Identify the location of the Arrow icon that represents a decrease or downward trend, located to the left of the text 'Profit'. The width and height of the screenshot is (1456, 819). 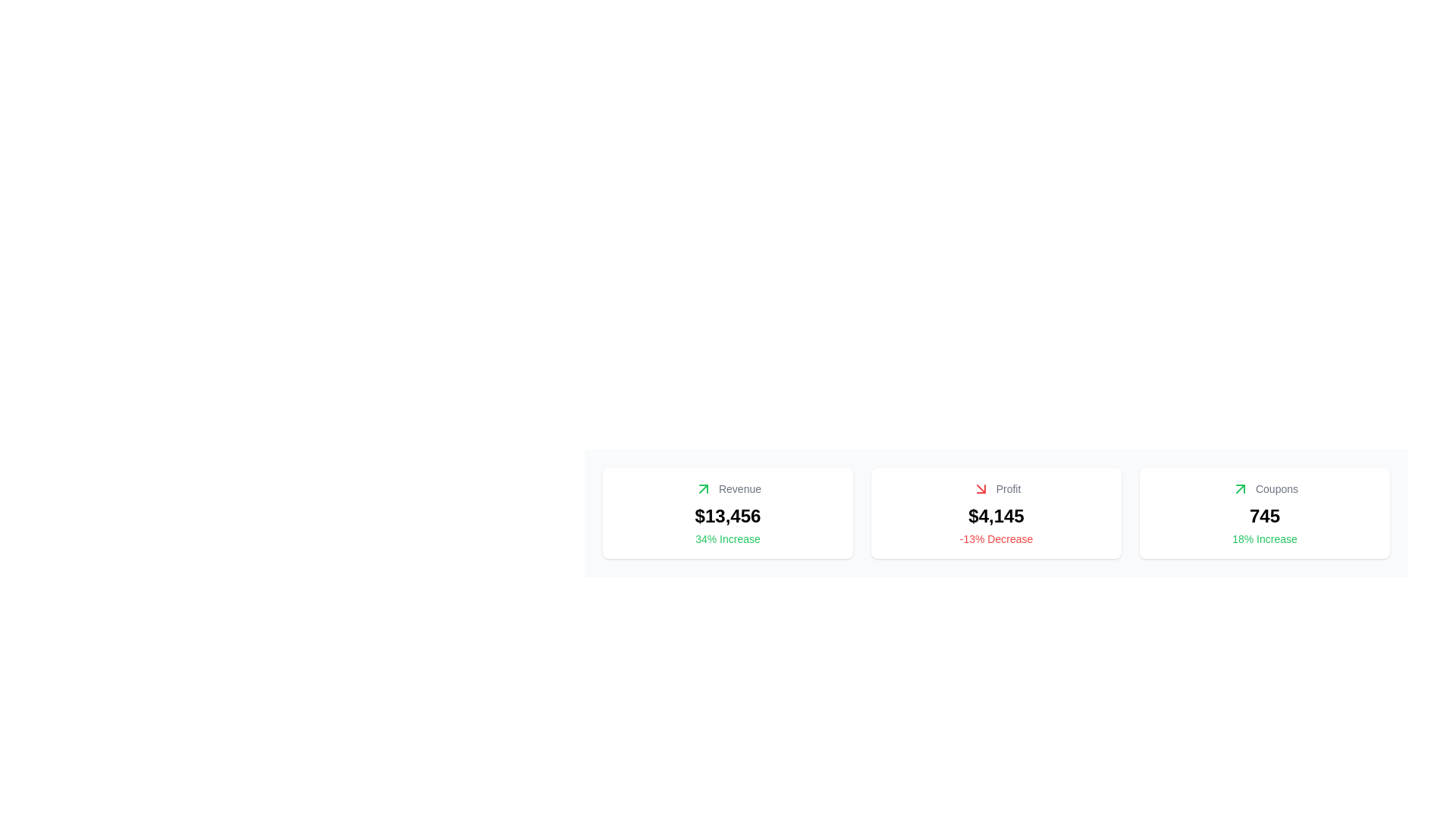
(981, 488).